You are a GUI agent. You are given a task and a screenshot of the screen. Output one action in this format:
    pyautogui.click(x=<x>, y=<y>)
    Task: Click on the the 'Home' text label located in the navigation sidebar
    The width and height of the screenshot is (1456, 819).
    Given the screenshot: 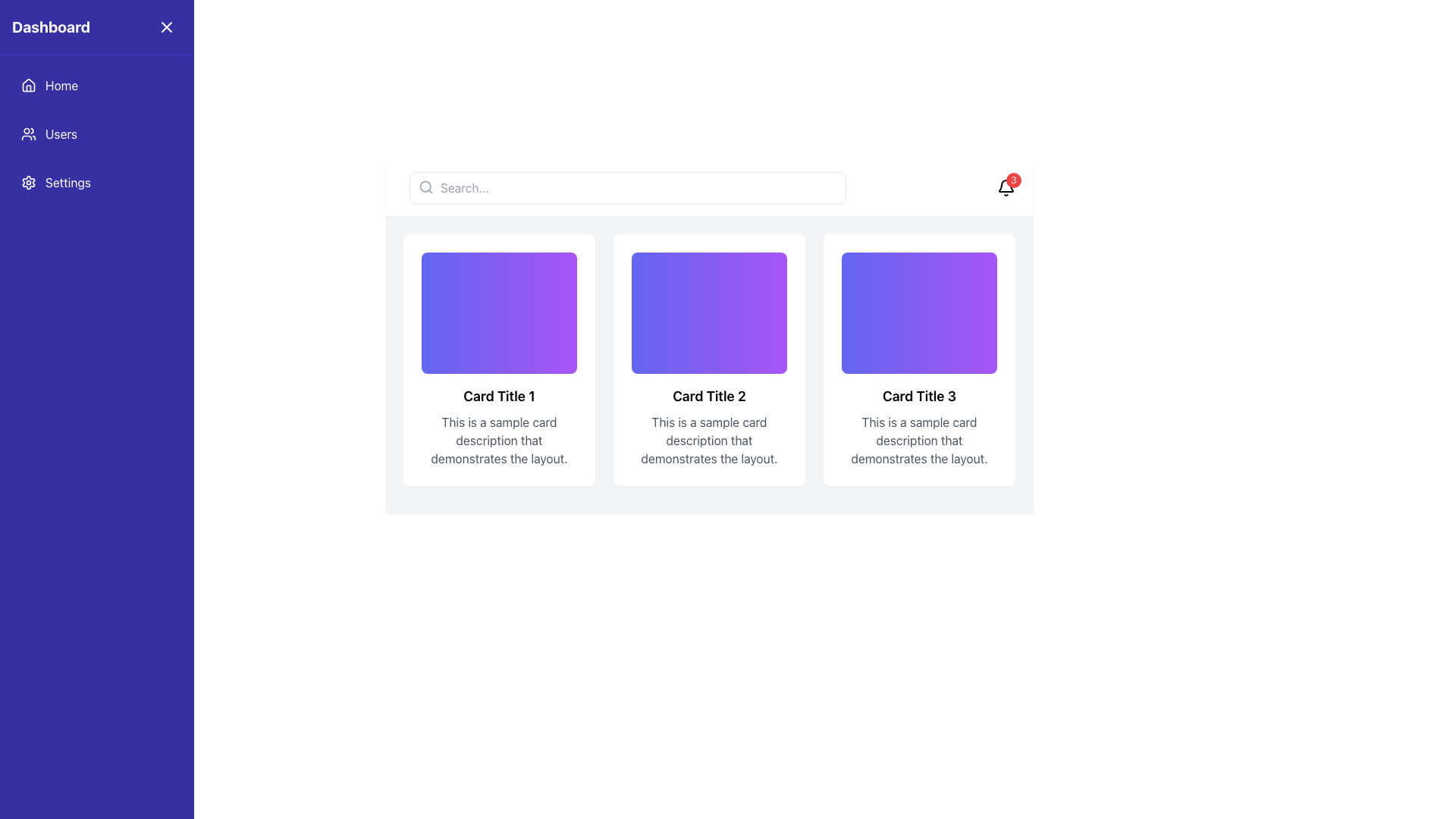 What is the action you would take?
    pyautogui.click(x=61, y=85)
    